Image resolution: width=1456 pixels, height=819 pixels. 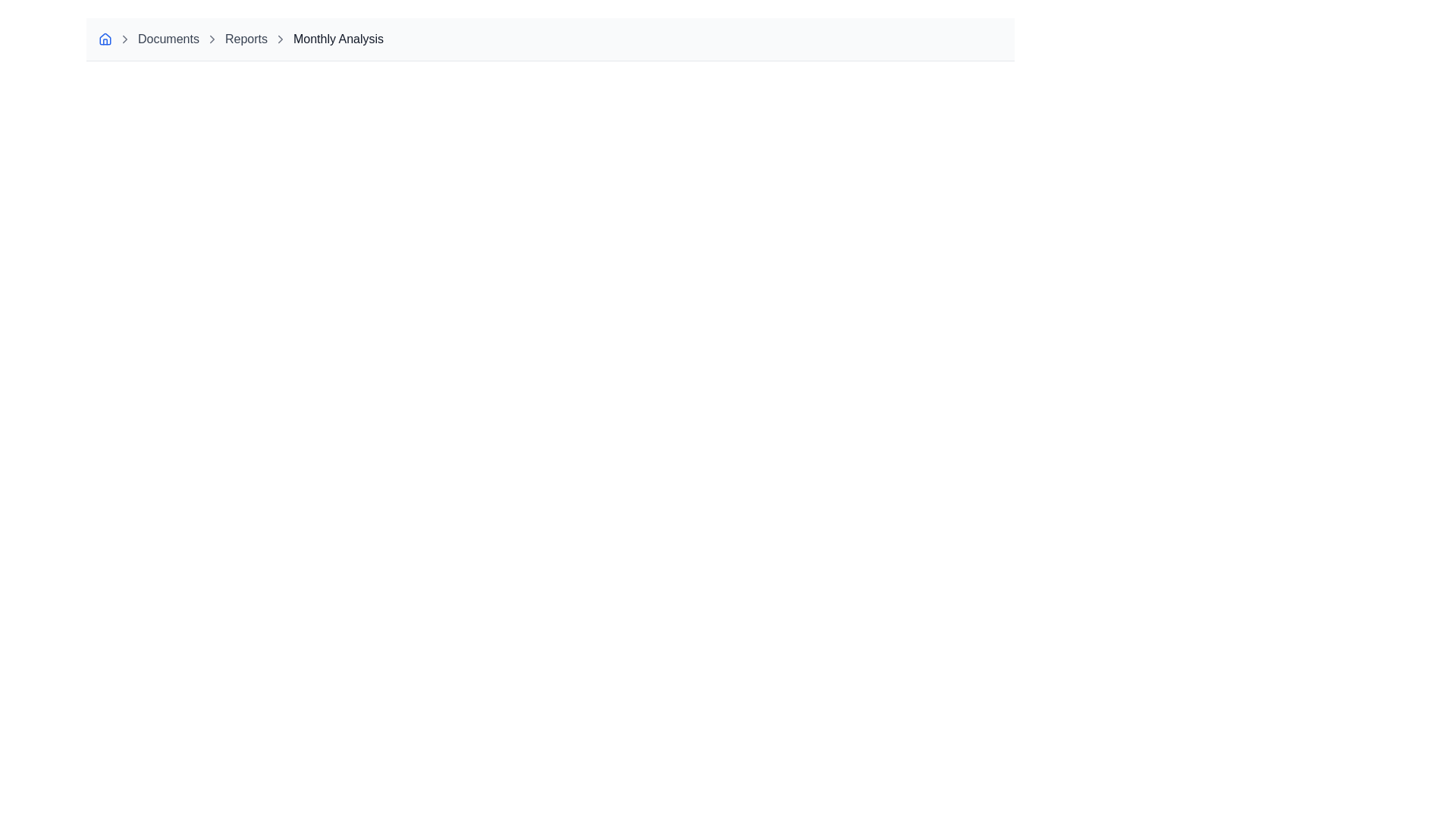 I want to click on the breadcrumb link labeled 'Reports', so click(x=246, y=38).